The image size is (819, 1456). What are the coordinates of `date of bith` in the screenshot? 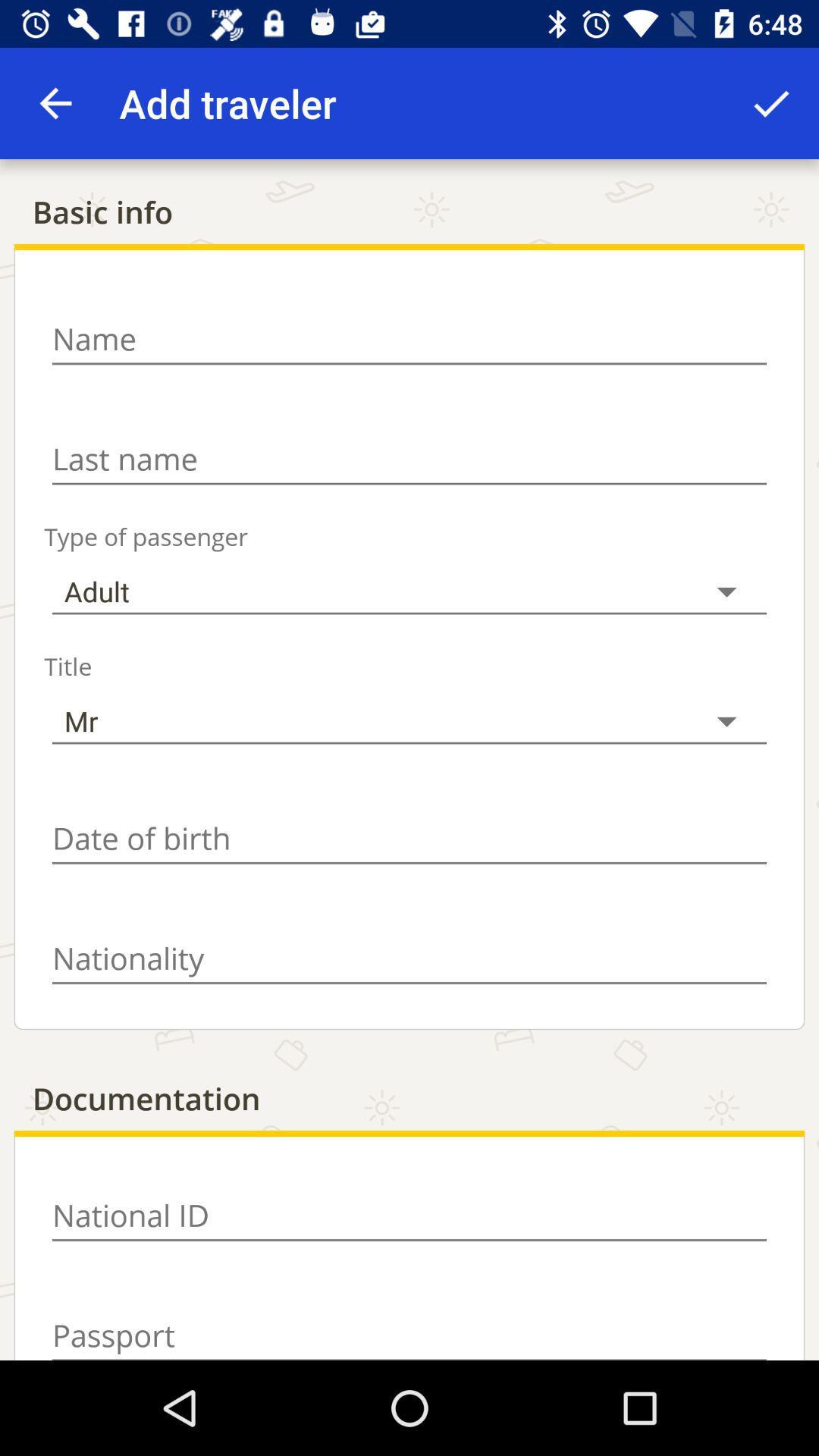 It's located at (409, 838).